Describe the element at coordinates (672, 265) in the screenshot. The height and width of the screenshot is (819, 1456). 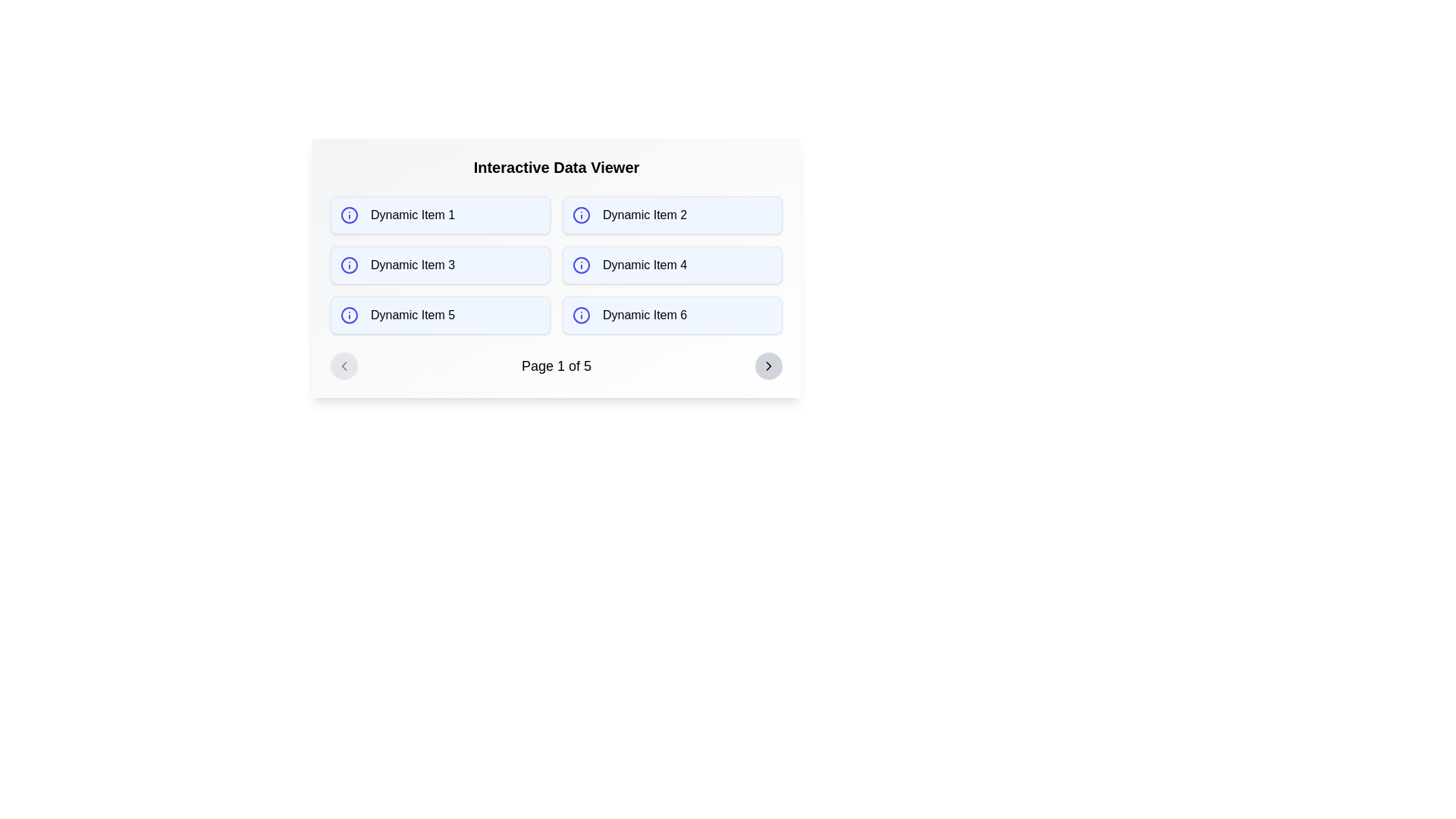
I see `the button labeled 'Dynamic Item 4' which has a light blue background and an information icon` at that location.